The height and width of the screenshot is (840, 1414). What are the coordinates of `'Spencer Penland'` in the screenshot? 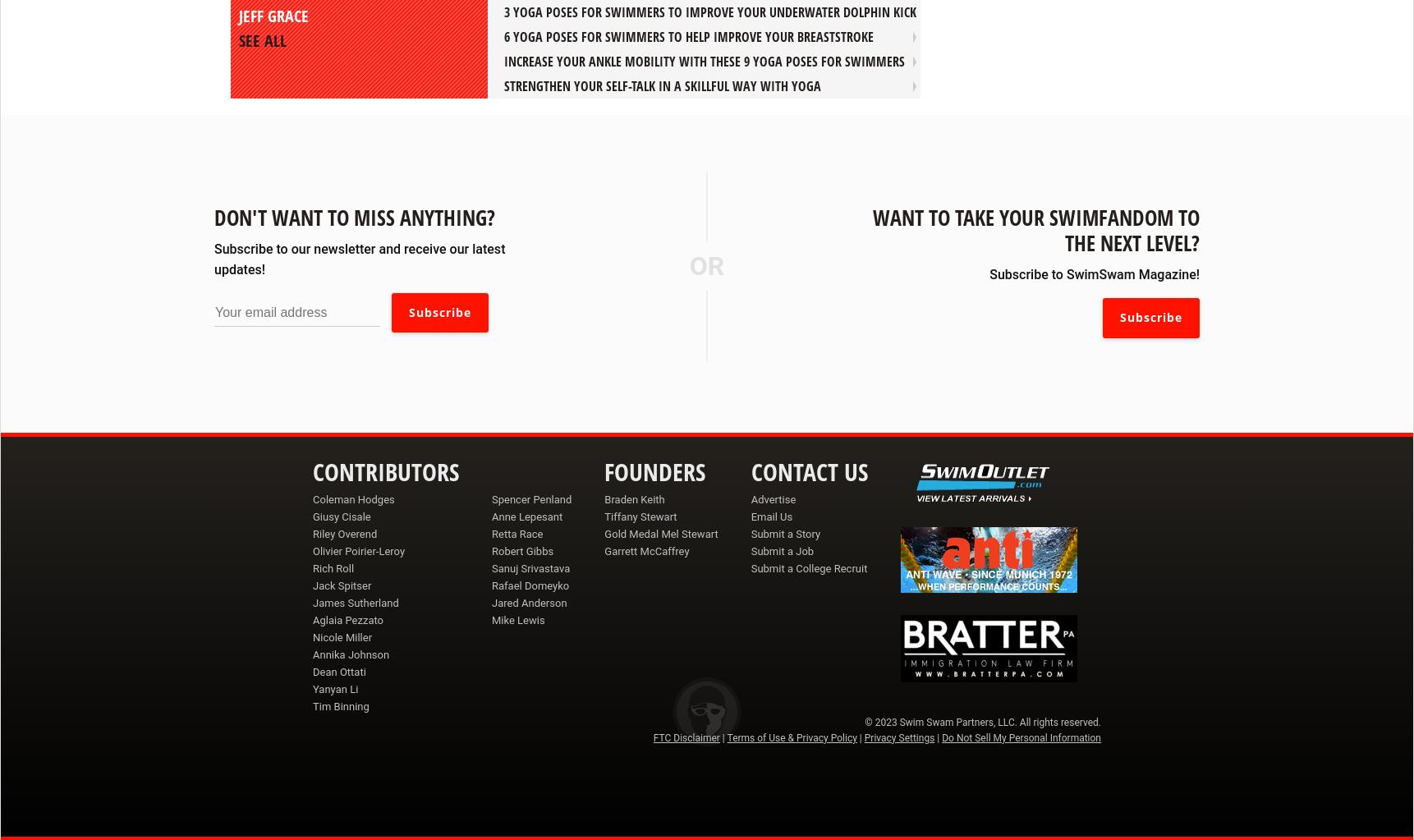 It's located at (531, 498).